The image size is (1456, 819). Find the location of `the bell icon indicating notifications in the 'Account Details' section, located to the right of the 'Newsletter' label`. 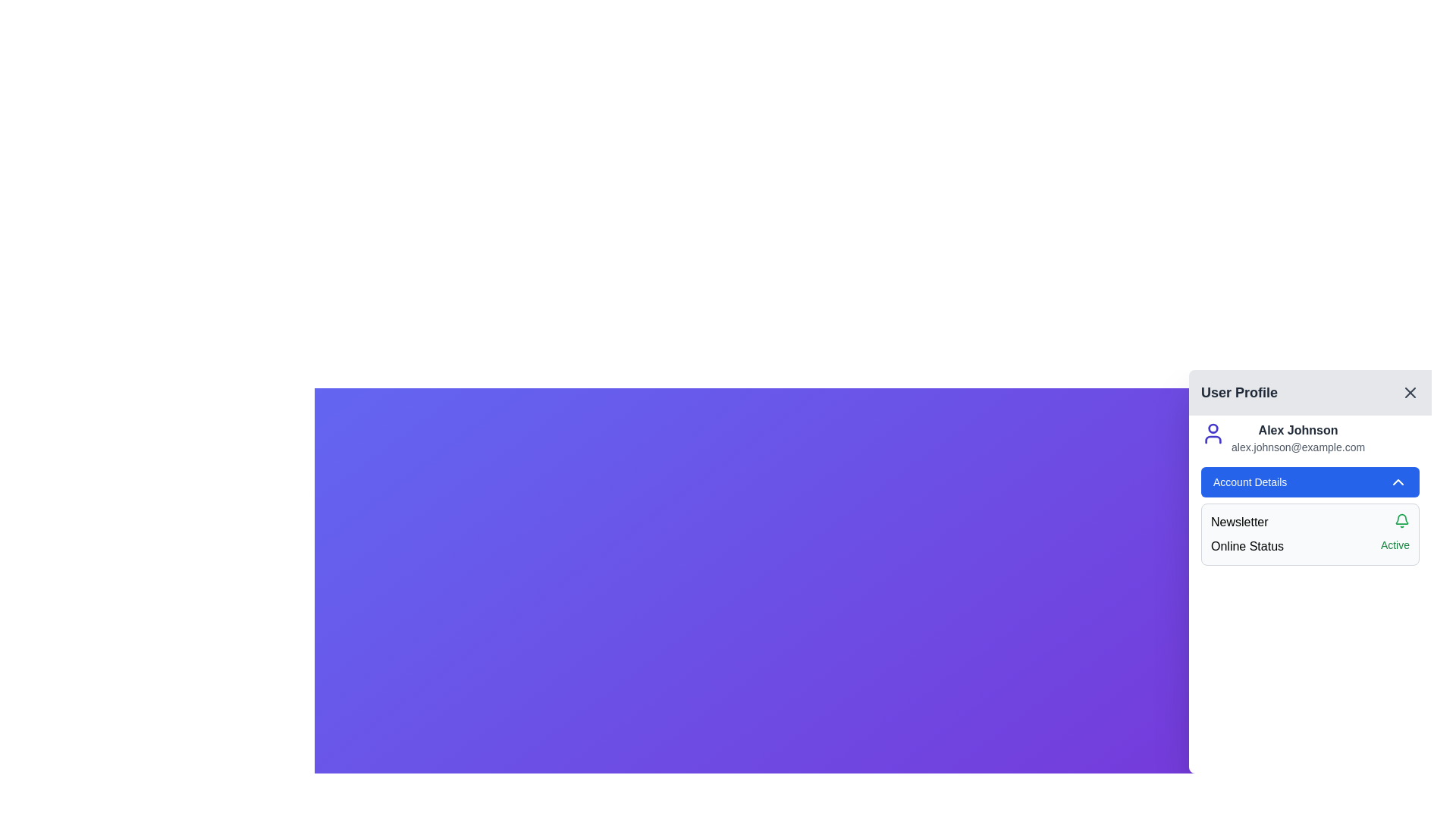

the bell icon indicating notifications in the 'Account Details' section, located to the right of the 'Newsletter' label is located at coordinates (1401, 519).